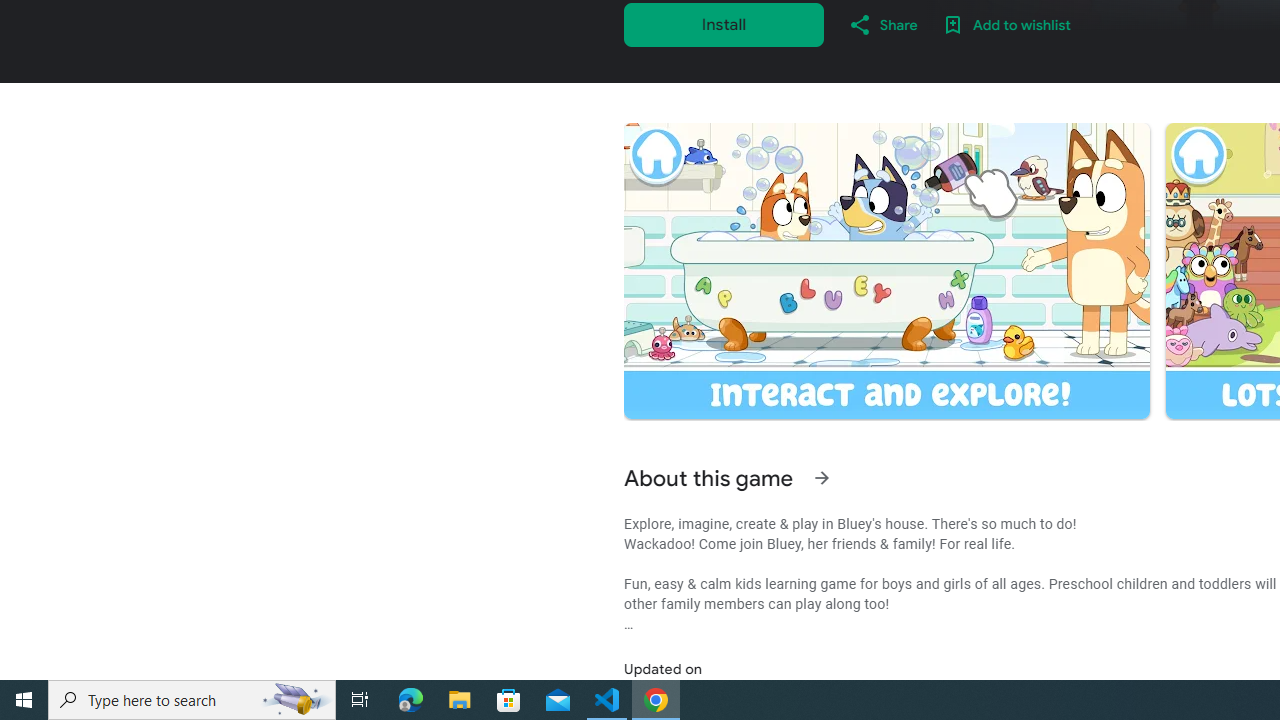  What do you see at coordinates (722, 24) in the screenshot?
I see `'Install'` at bounding box center [722, 24].